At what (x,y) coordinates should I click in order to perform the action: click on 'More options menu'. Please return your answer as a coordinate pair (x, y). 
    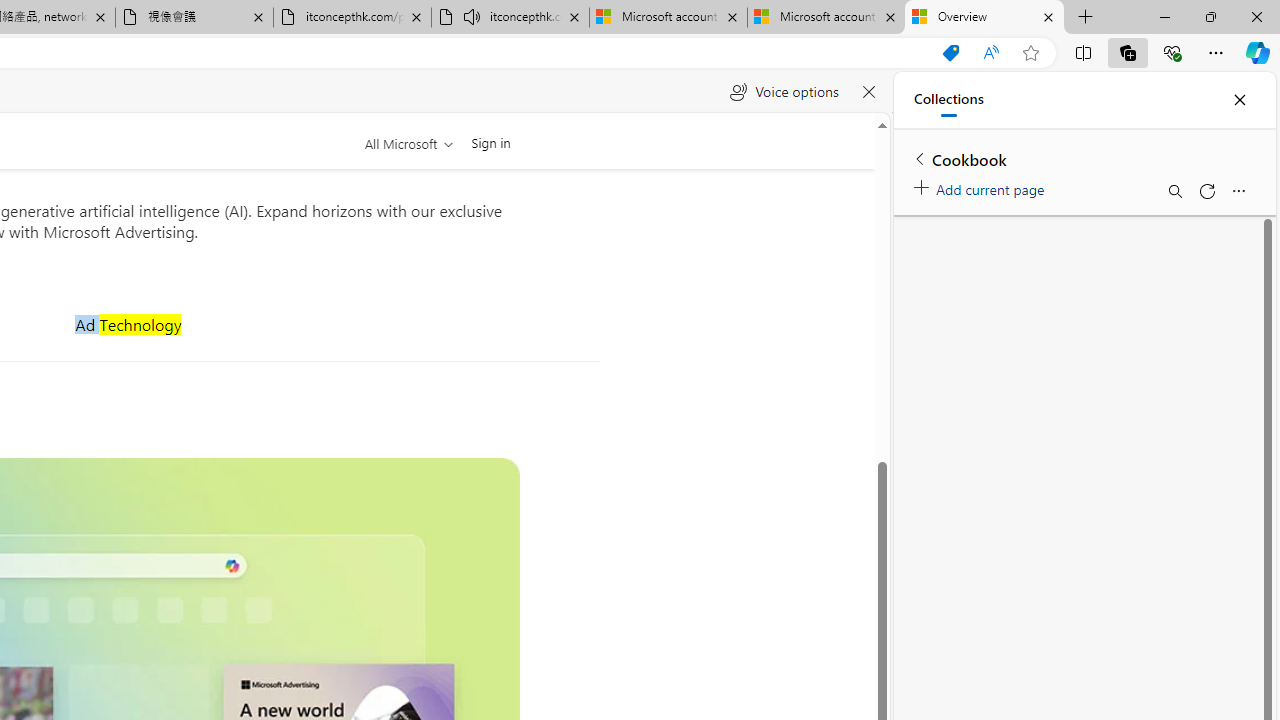
    Looking at the image, I should click on (1237, 191).